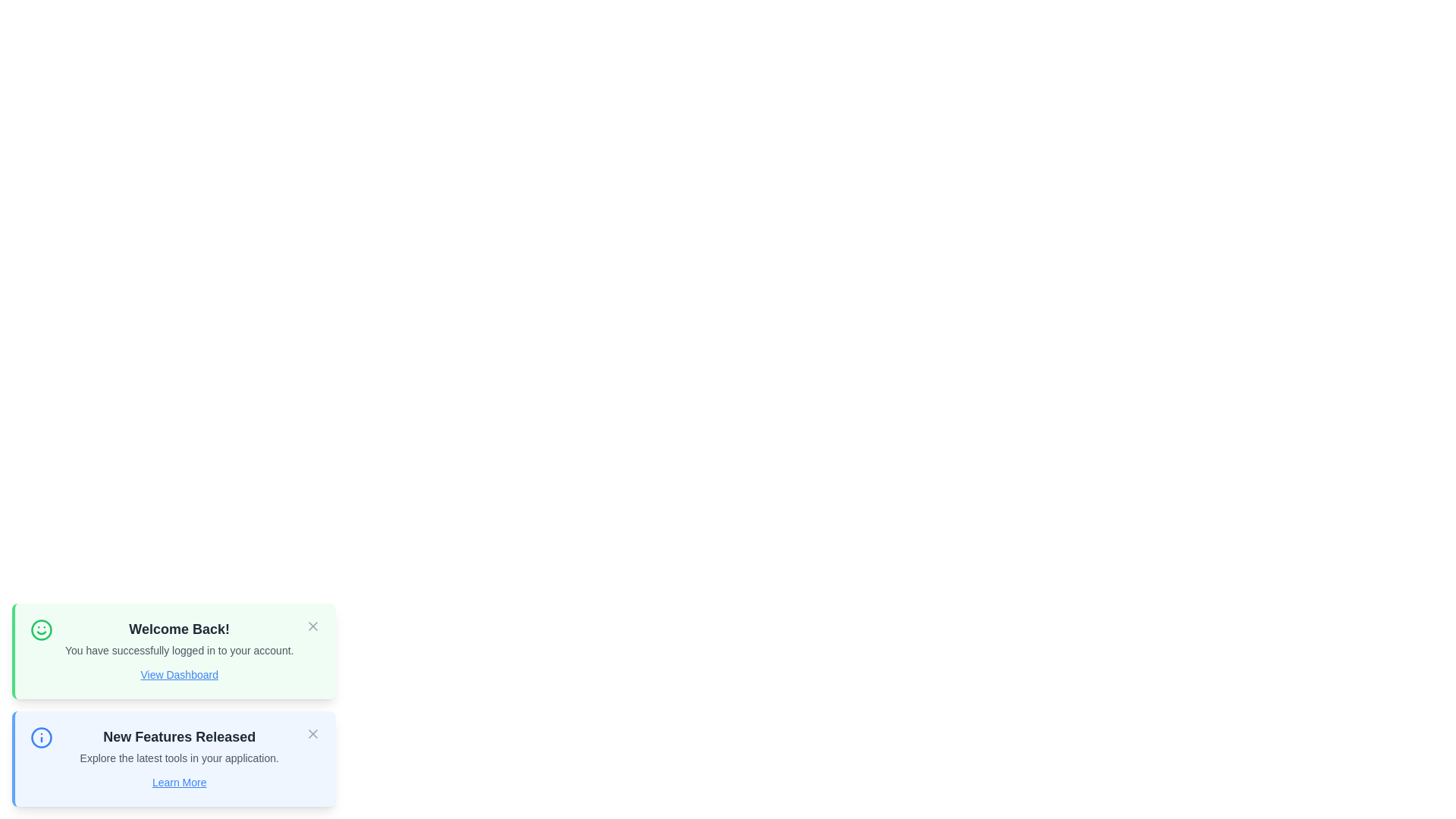 The image size is (1456, 819). What do you see at coordinates (179, 674) in the screenshot?
I see `the action link View Dashboard` at bounding box center [179, 674].